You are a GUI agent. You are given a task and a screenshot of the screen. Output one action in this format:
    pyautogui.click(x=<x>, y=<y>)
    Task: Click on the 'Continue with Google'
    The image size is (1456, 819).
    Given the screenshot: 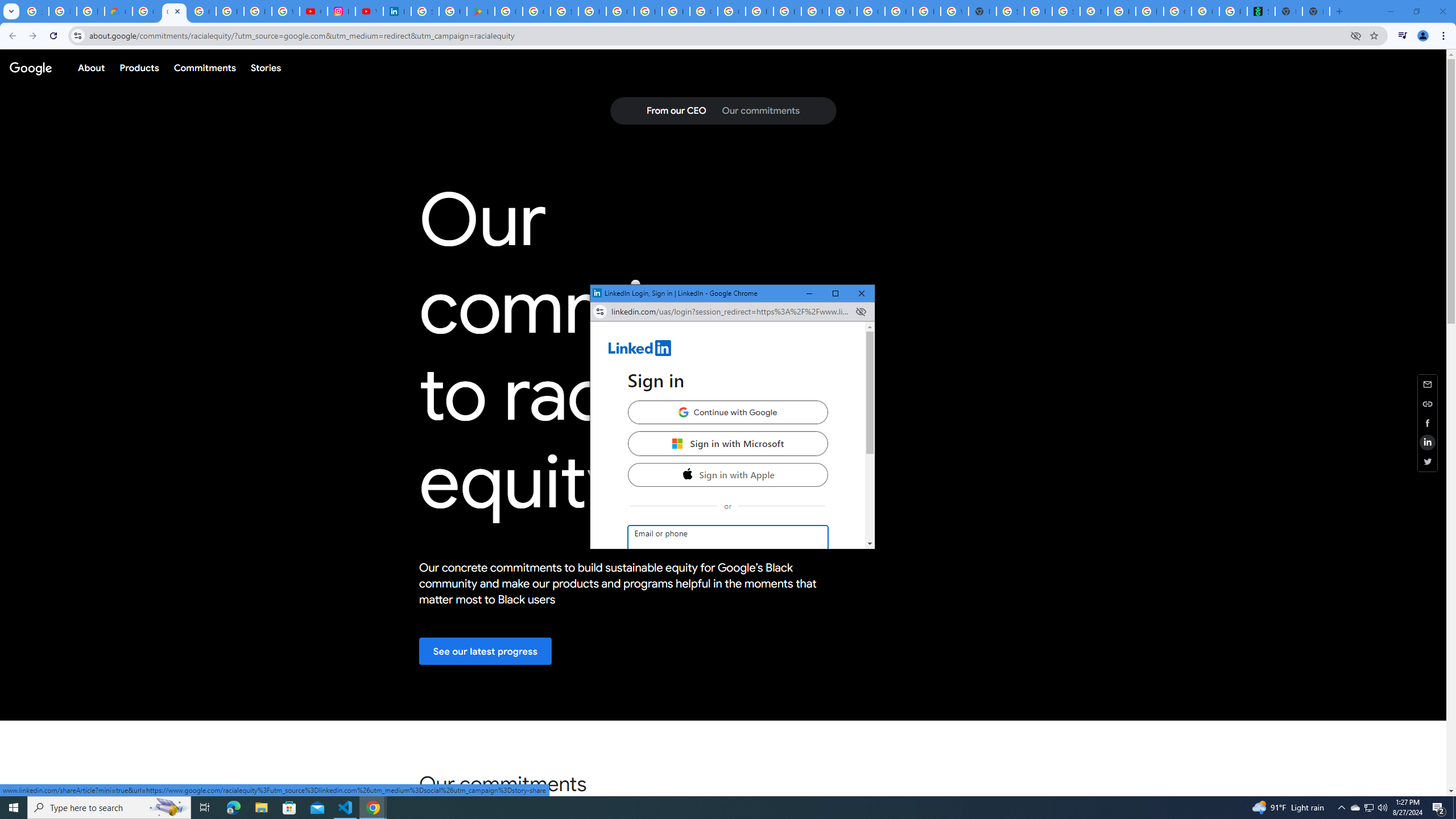 What is the action you would take?
    pyautogui.click(x=726, y=412)
    